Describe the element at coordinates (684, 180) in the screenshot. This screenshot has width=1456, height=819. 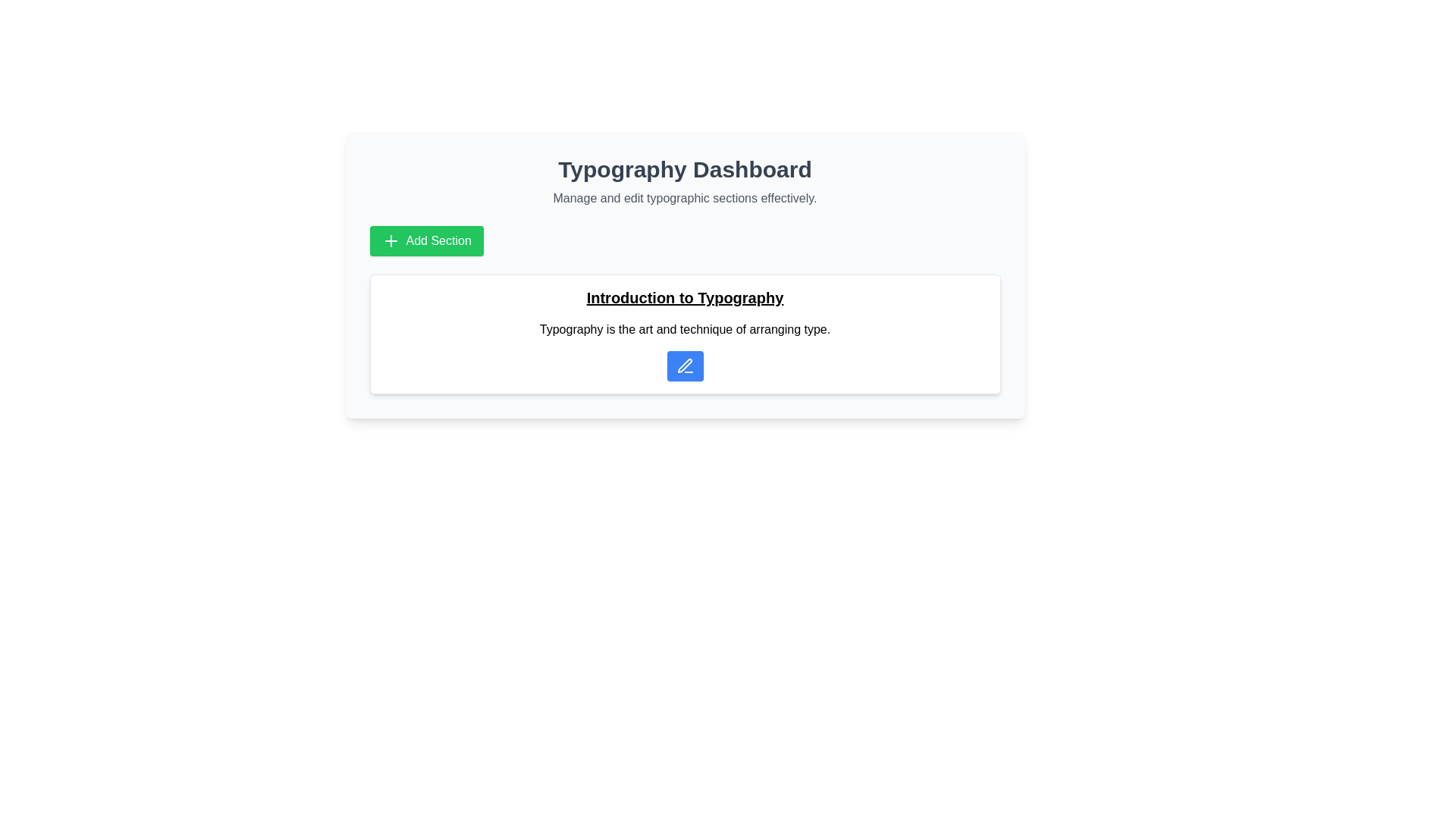
I see `the descriptive text element titled 'Typography Dashboard' with the subheading 'Manage and edit typographic sections effectively'` at that location.